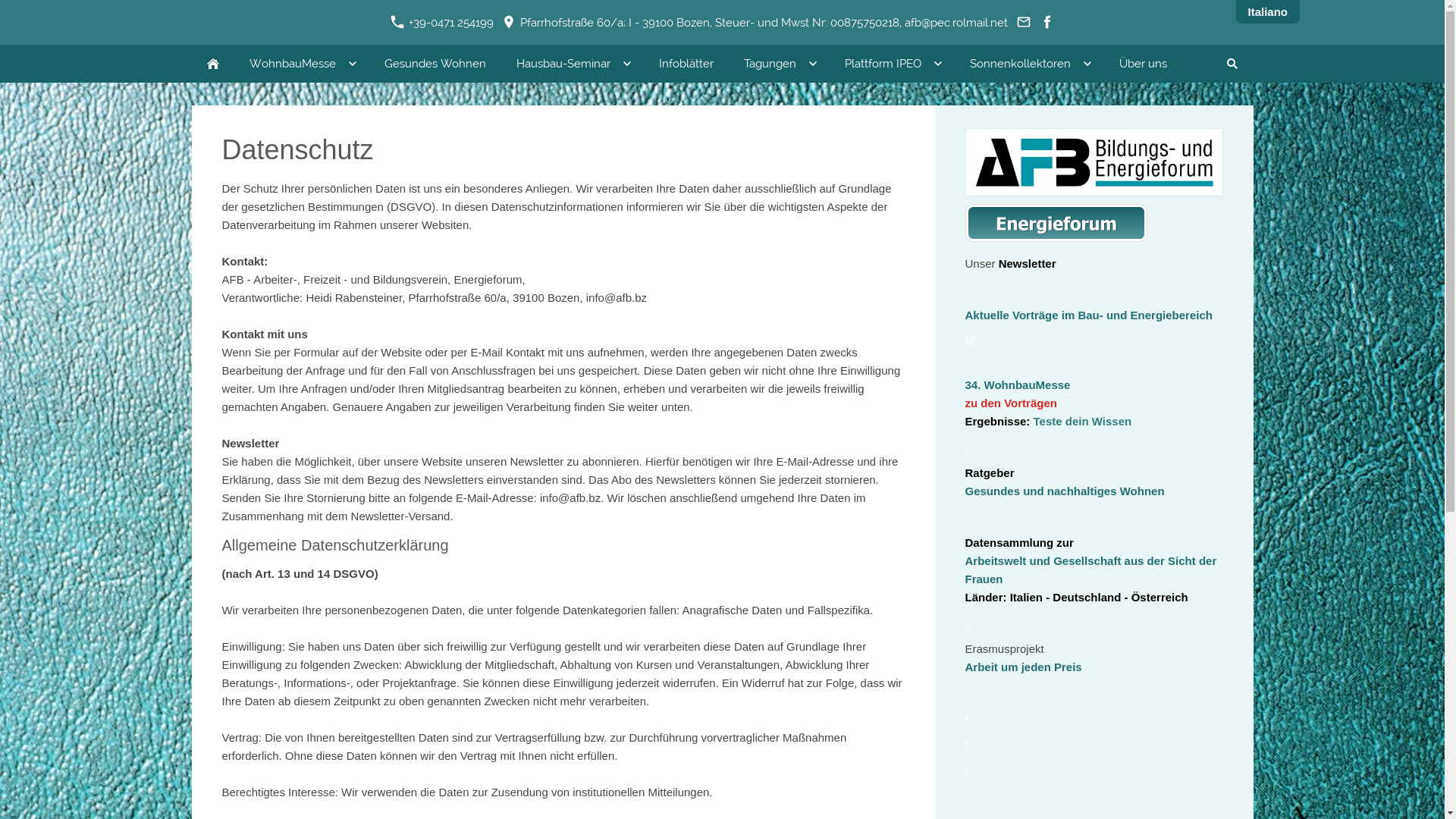 The height and width of the screenshot is (819, 1456). Describe the element at coordinates (1023, 23) in the screenshot. I see `'Senden Sie uns eine E-Mail-Nachricht'` at that location.